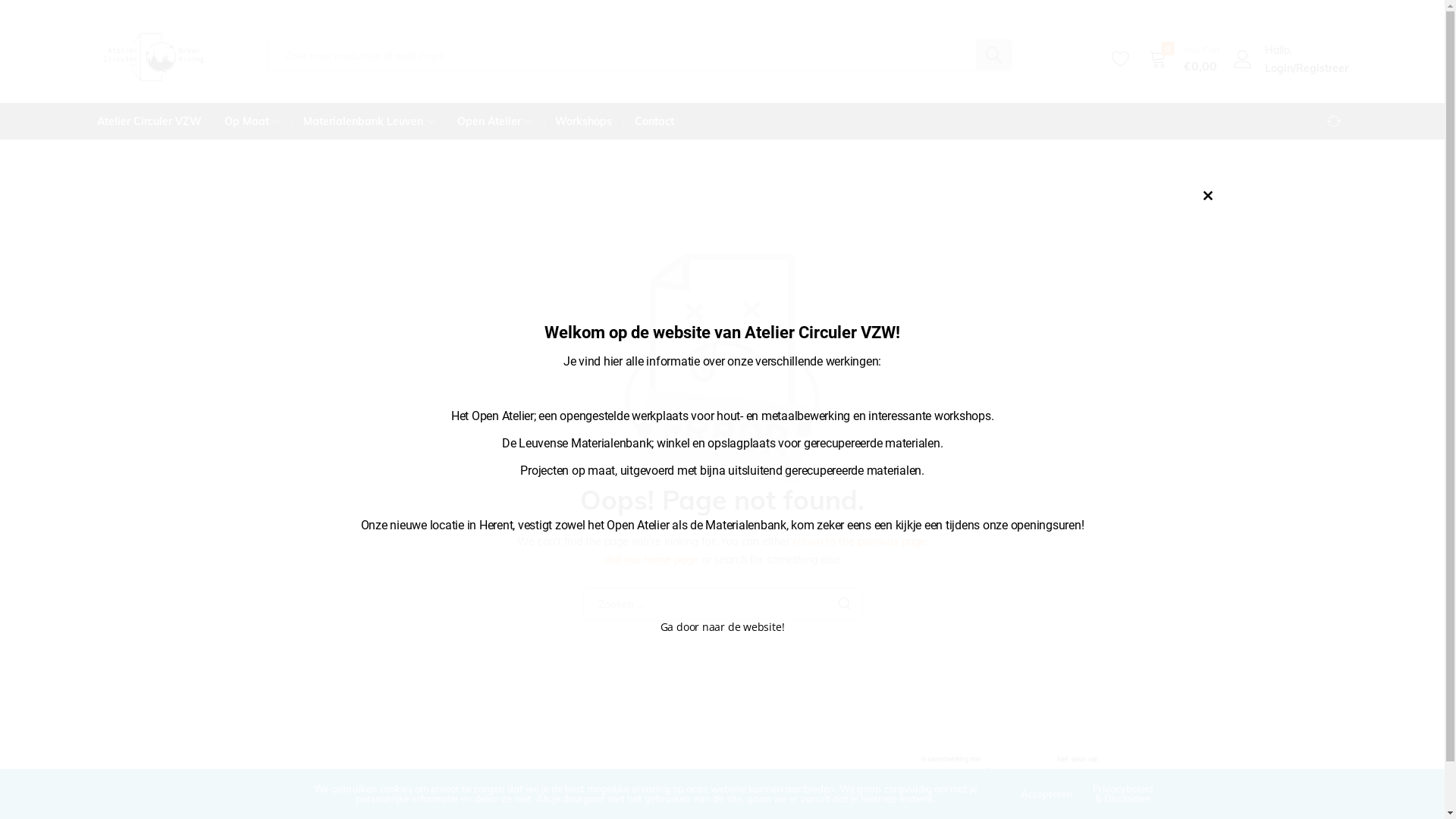 The image size is (1456, 819). I want to click on 'Open Atelier', so click(445, 120).